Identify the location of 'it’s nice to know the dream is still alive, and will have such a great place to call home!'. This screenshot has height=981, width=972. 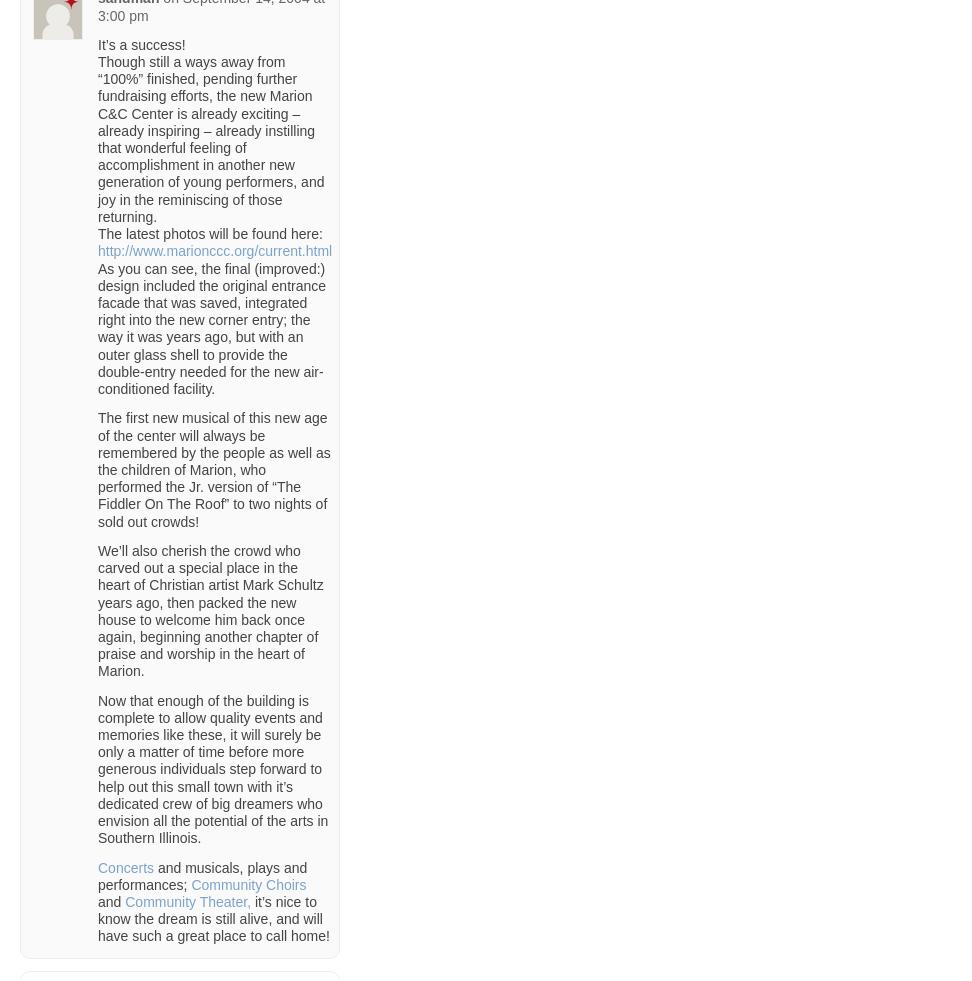
(212, 919).